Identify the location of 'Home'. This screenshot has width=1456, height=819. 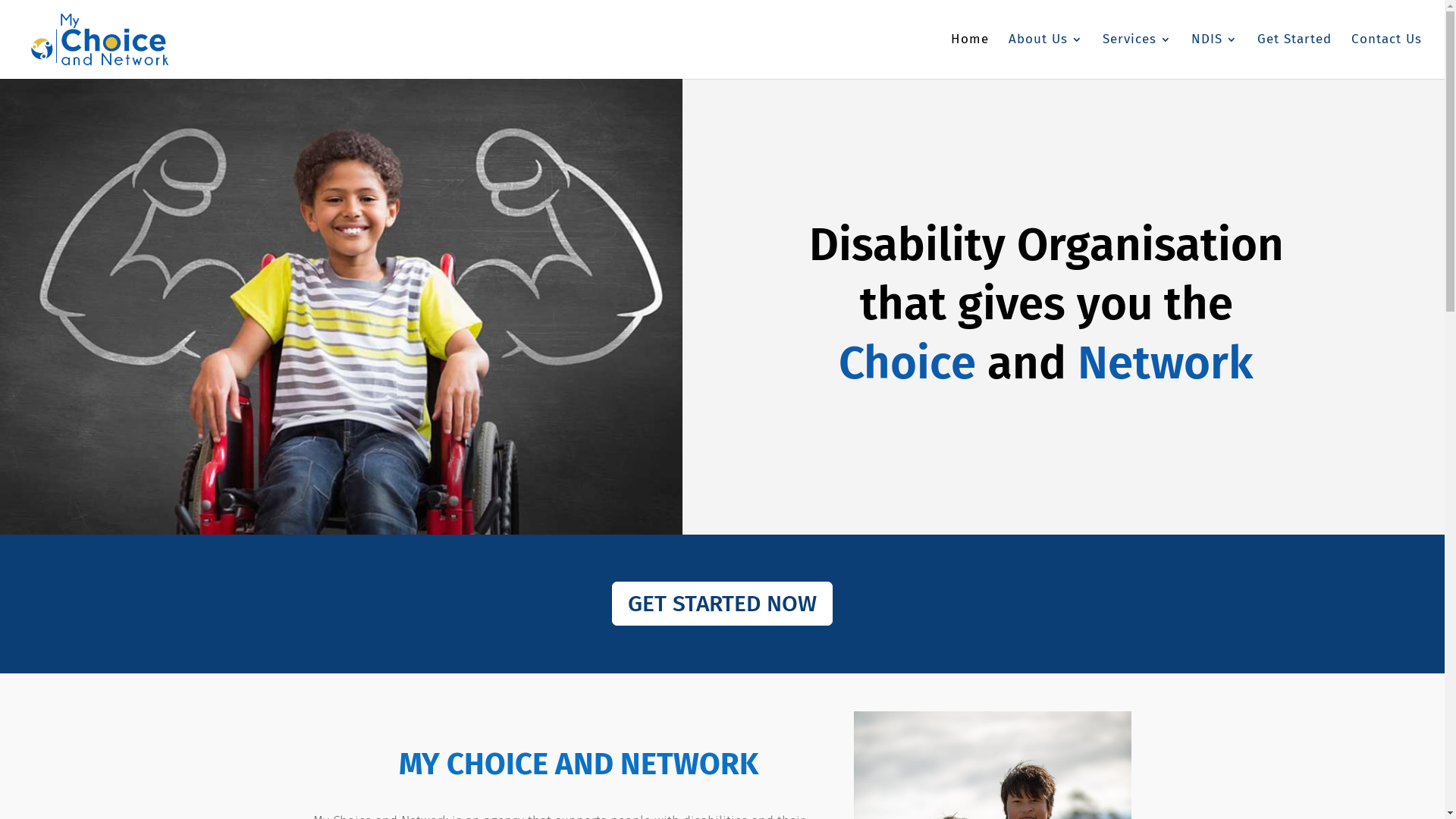
(968, 55).